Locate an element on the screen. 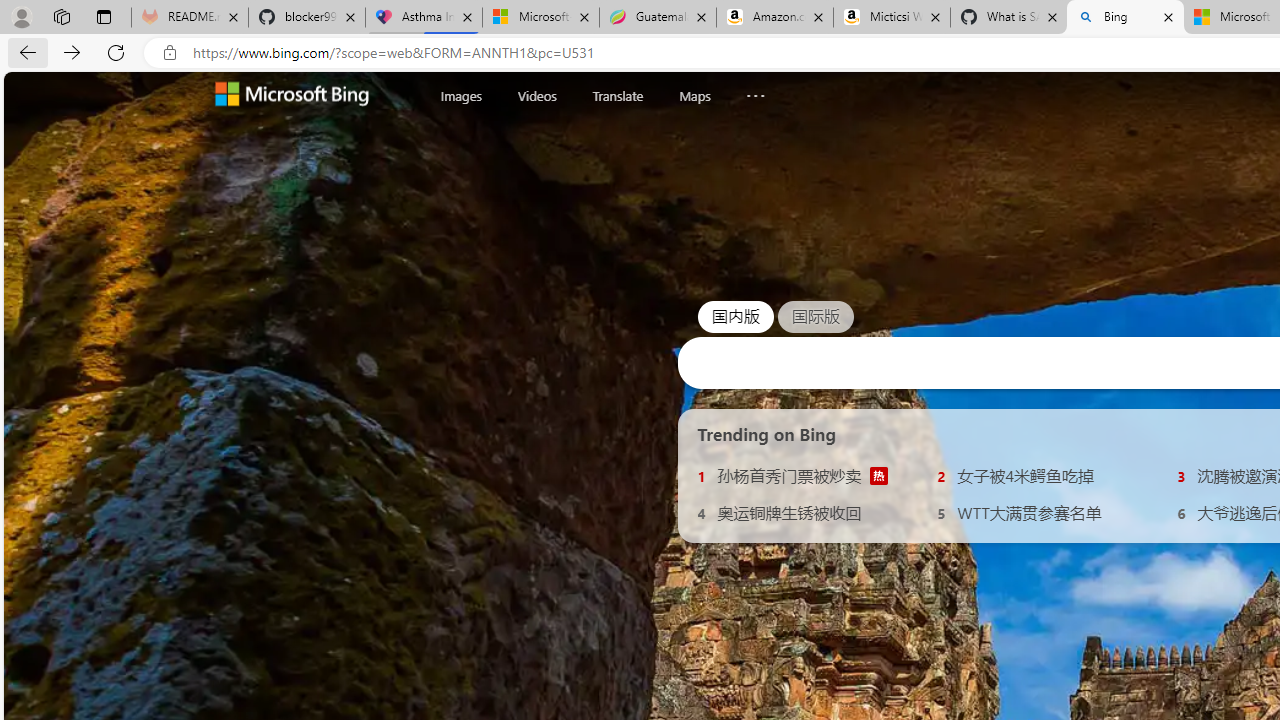 This screenshot has width=1280, height=720. 'Bing' is located at coordinates (1125, 17).